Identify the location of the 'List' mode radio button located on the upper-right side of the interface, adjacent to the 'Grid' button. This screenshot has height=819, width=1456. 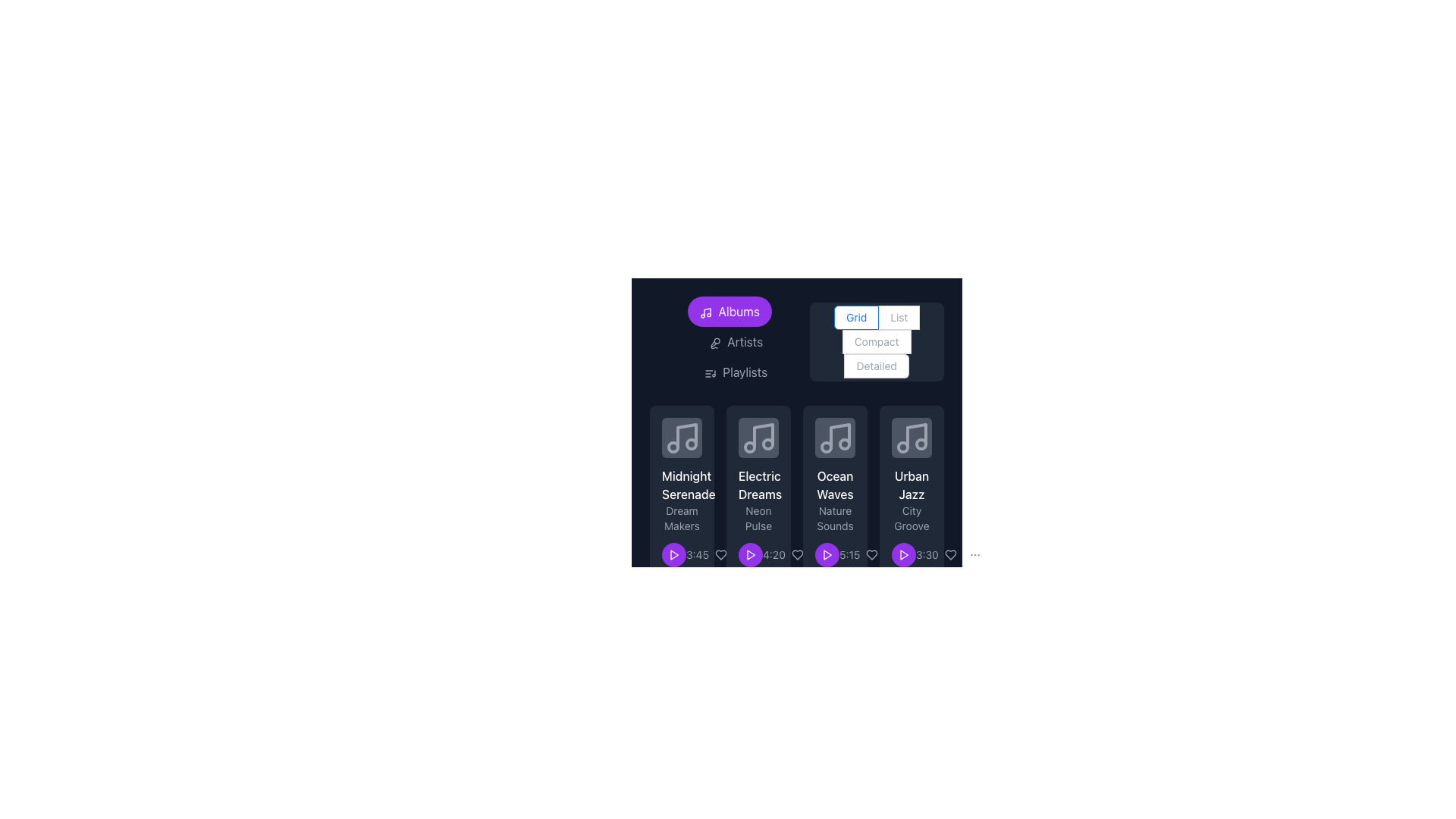
(899, 317).